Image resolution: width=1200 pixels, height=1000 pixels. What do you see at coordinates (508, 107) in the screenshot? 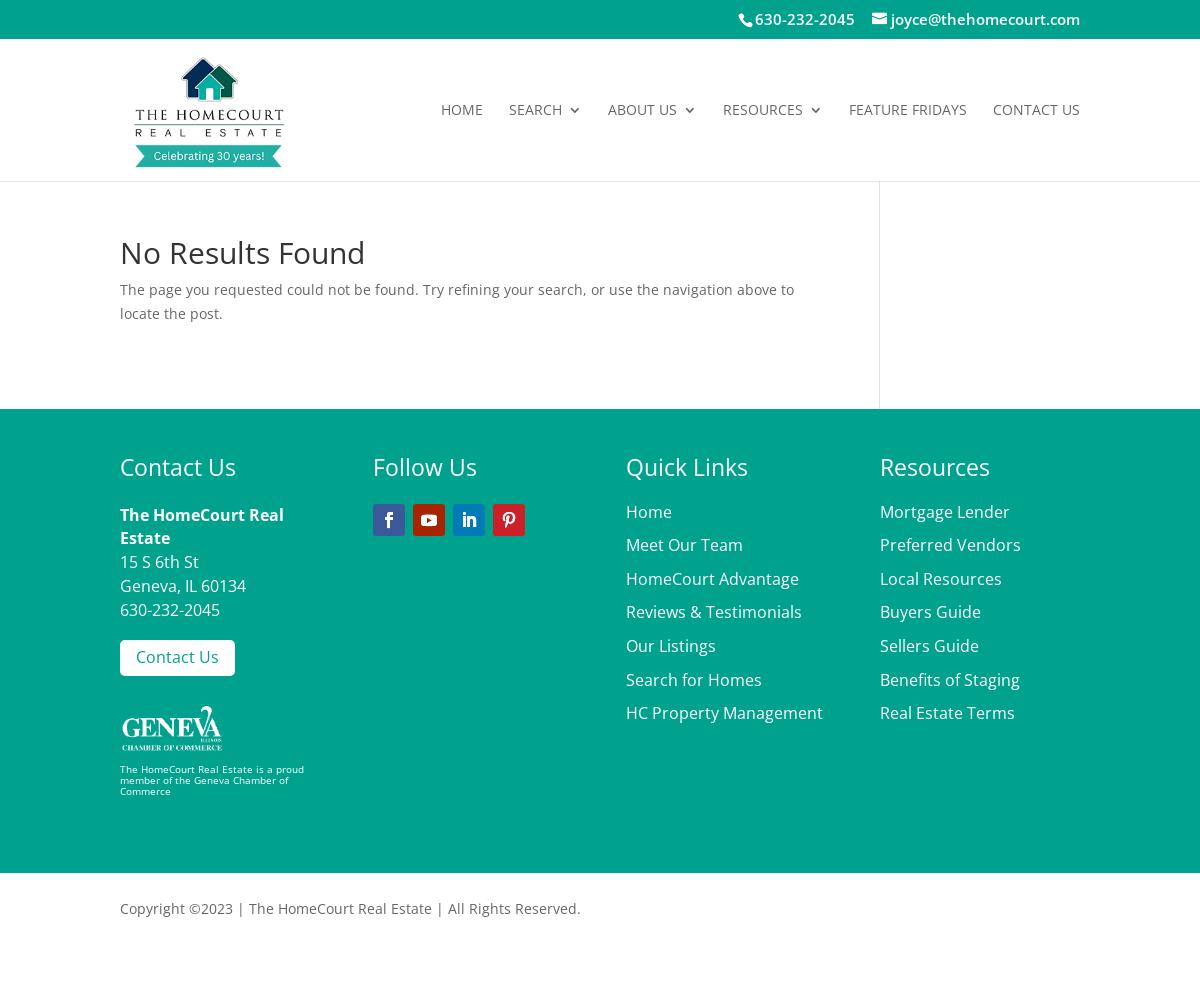
I see `'Search'` at bounding box center [508, 107].